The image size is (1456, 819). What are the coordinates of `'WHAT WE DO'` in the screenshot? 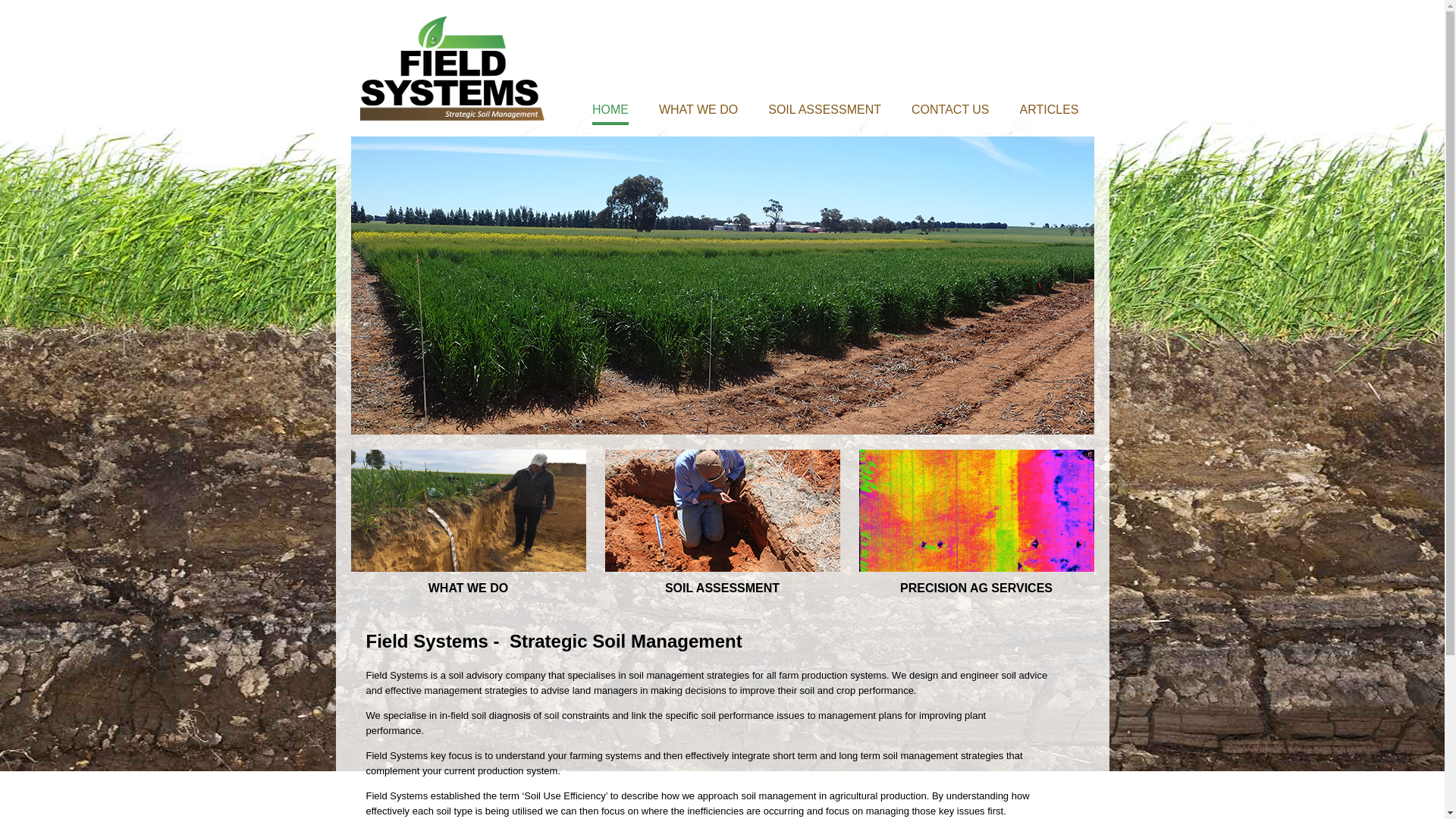 It's located at (658, 108).